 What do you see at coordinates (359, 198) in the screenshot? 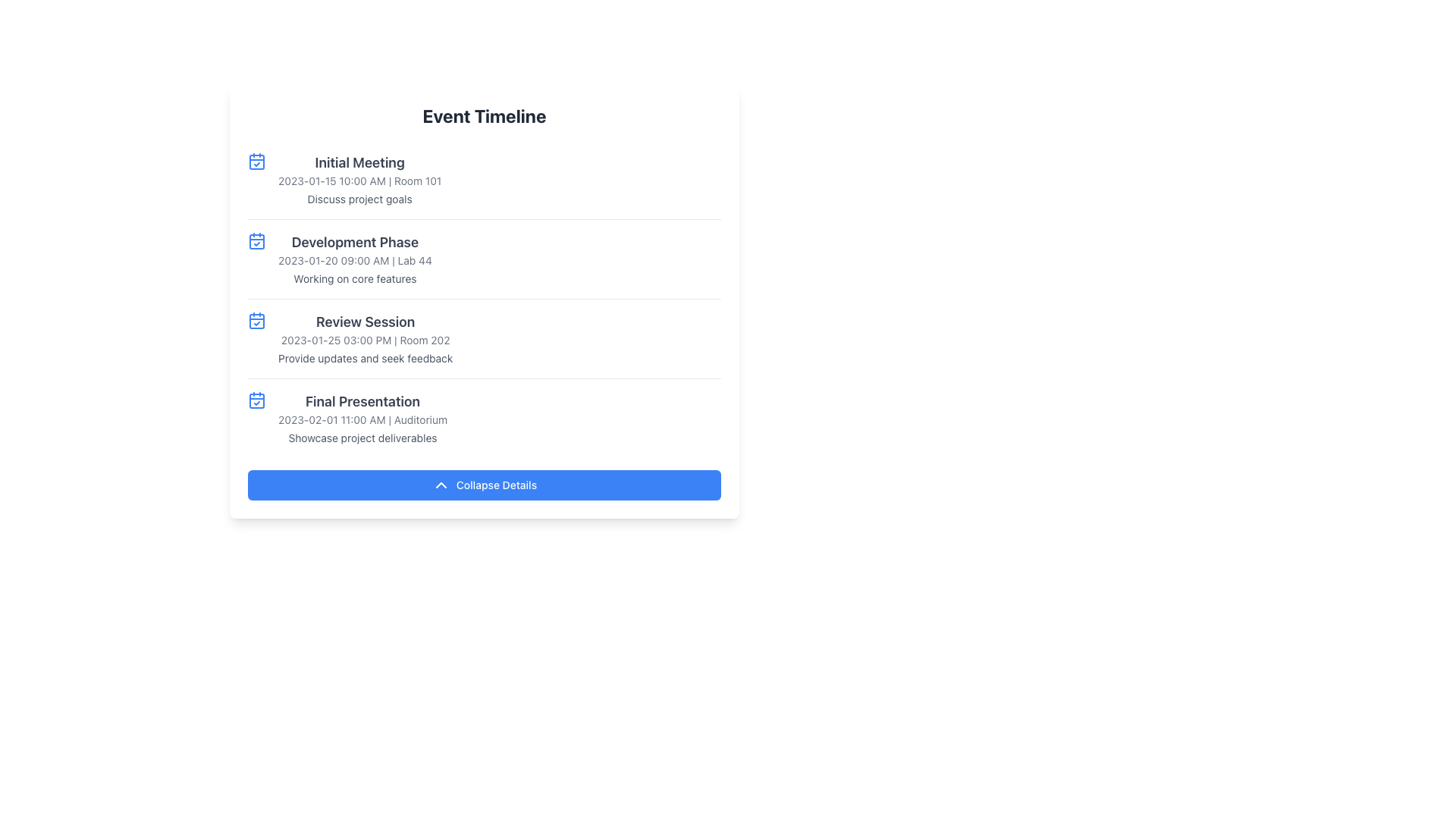
I see `text label that says 'Discuss project goals', which is styled in a subdued gray font and located under the 'Initial Meeting' event details` at bounding box center [359, 198].